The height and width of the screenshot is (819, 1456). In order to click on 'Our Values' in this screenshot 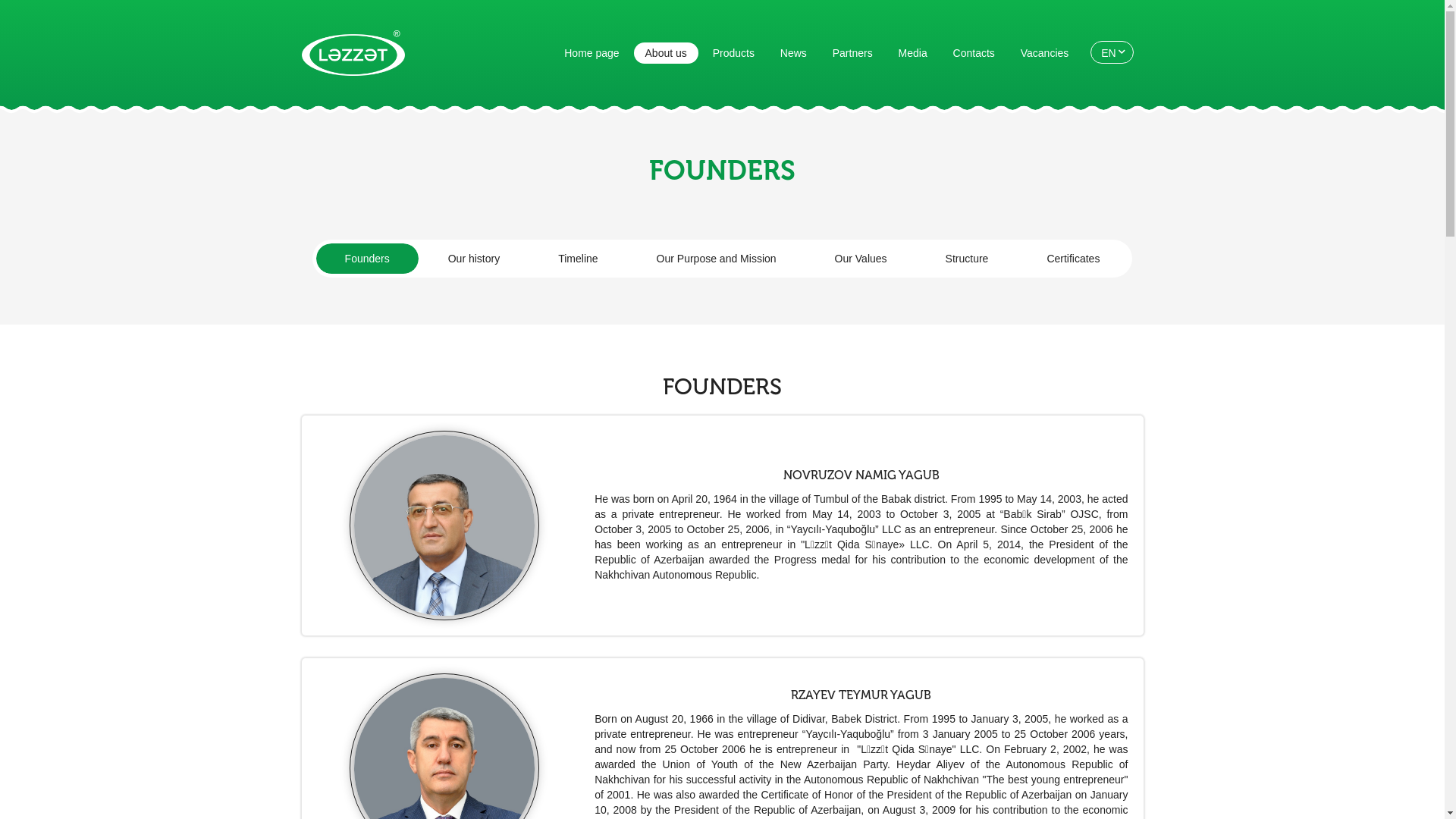, I will do `click(805, 257)`.